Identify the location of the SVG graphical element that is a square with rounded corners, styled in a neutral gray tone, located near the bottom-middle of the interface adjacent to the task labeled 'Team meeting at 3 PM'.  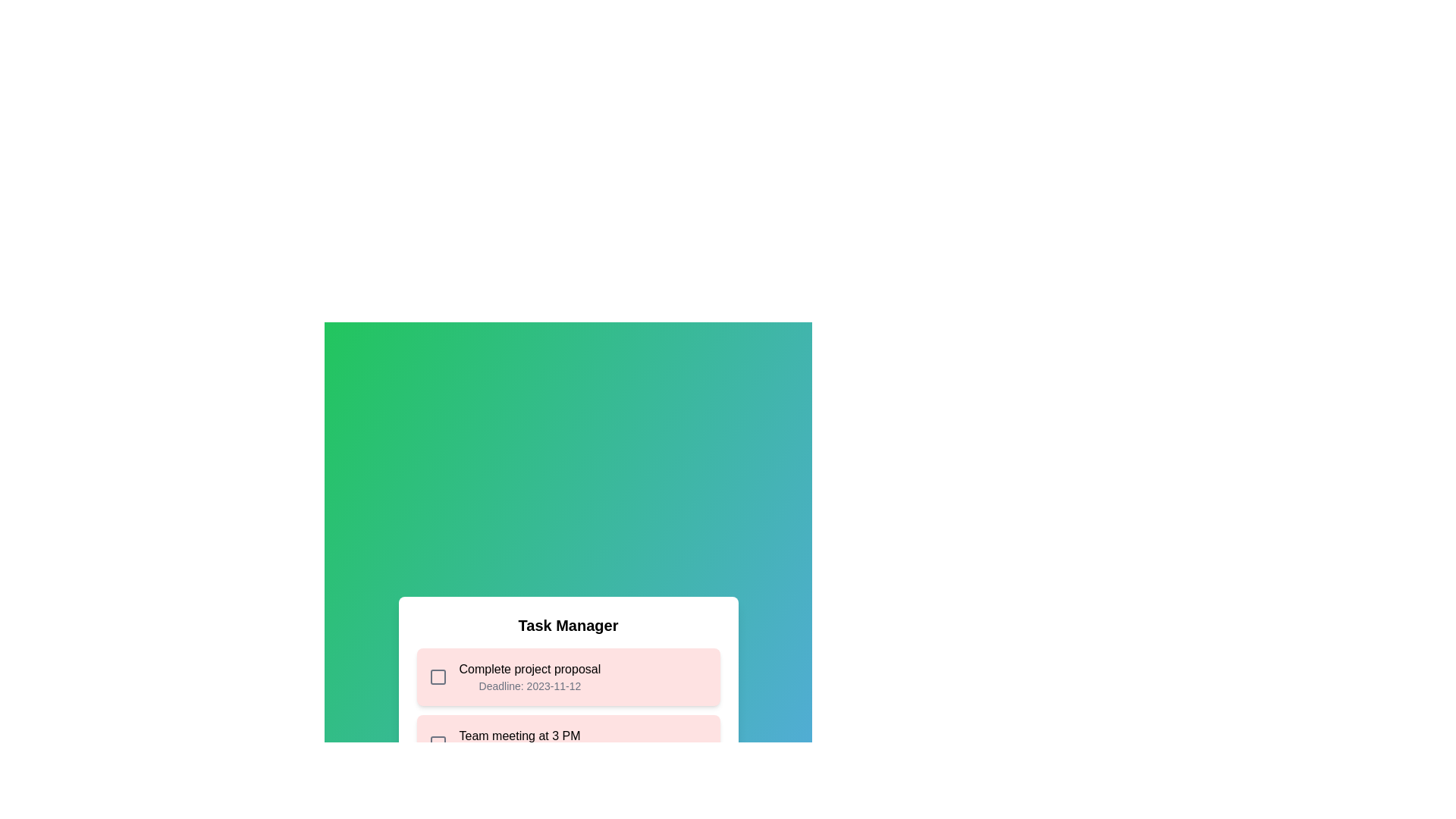
(437, 742).